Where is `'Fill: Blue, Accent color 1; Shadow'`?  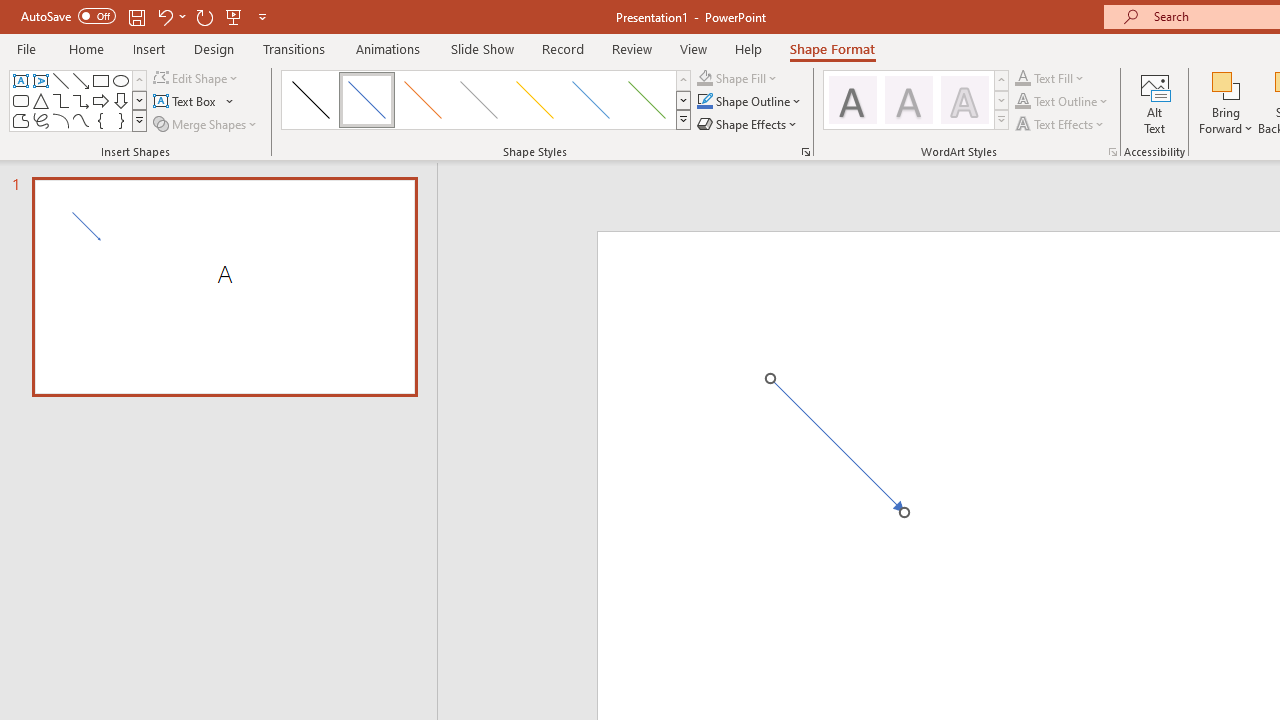 'Fill: Blue, Accent color 1; Shadow' is located at coordinates (907, 100).